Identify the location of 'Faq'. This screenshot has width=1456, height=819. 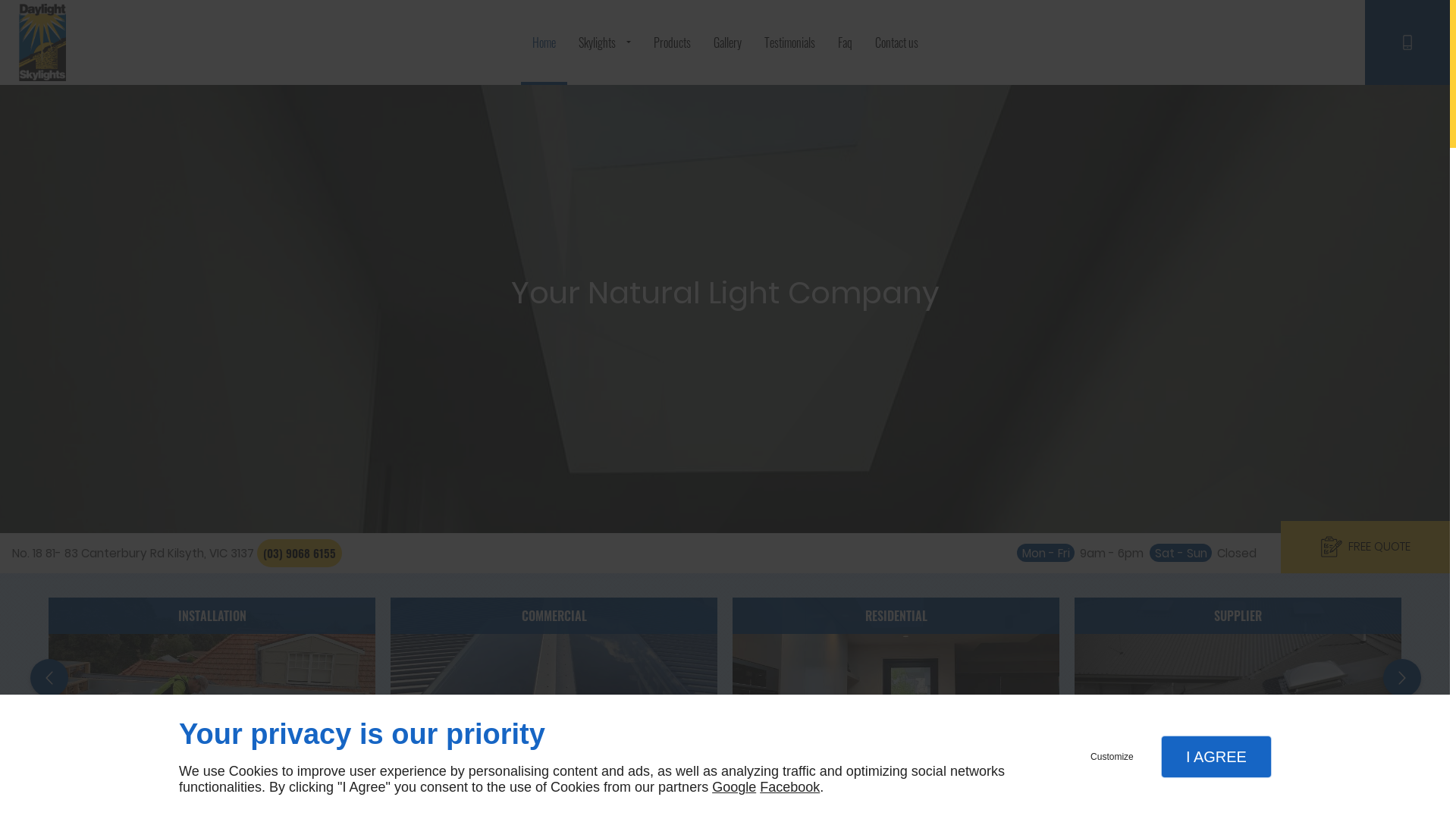
(844, 42).